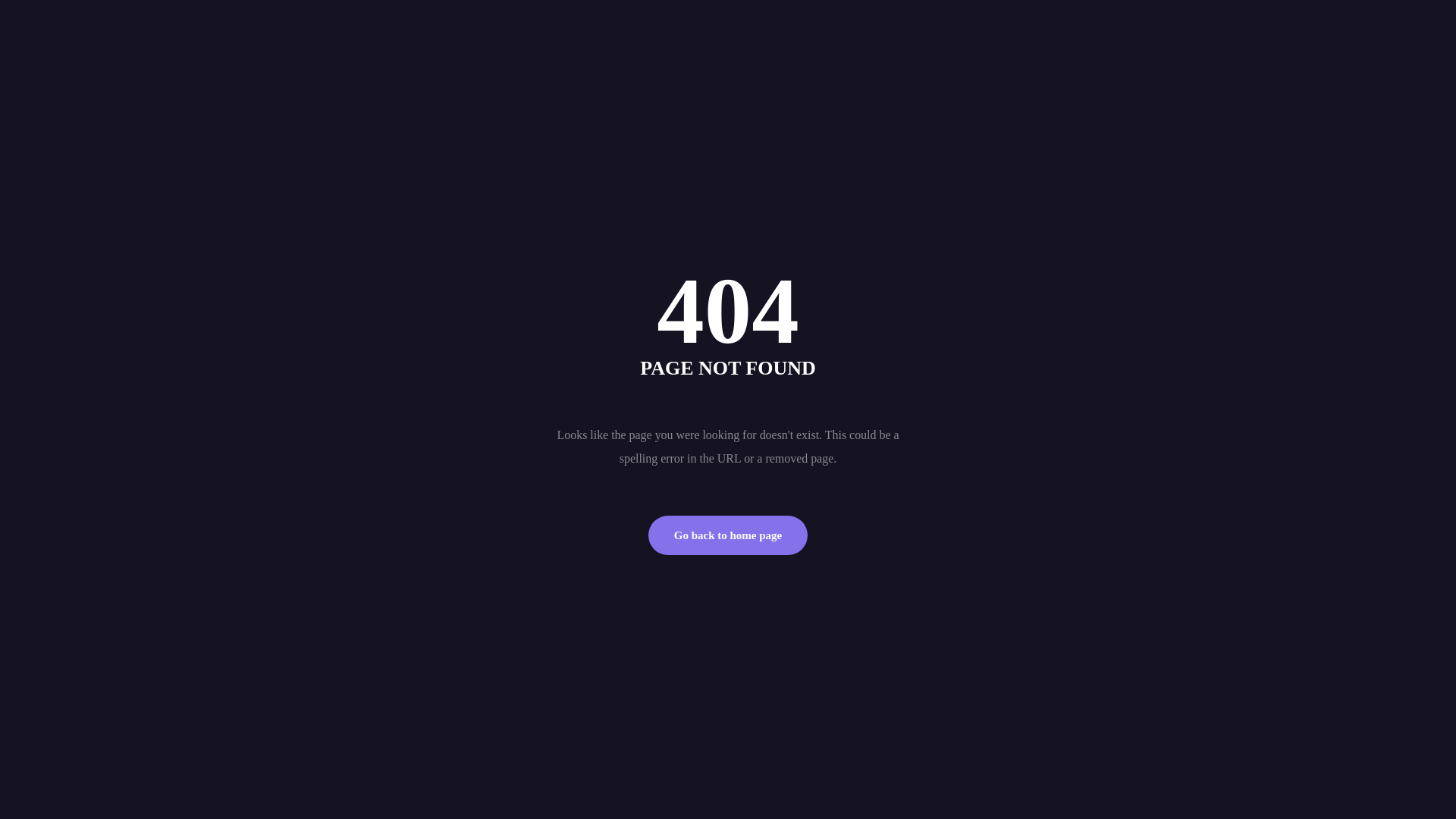 Image resolution: width=1456 pixels, height=819 pixels. I want to click on 'Go back to home page', so click(728, 534).